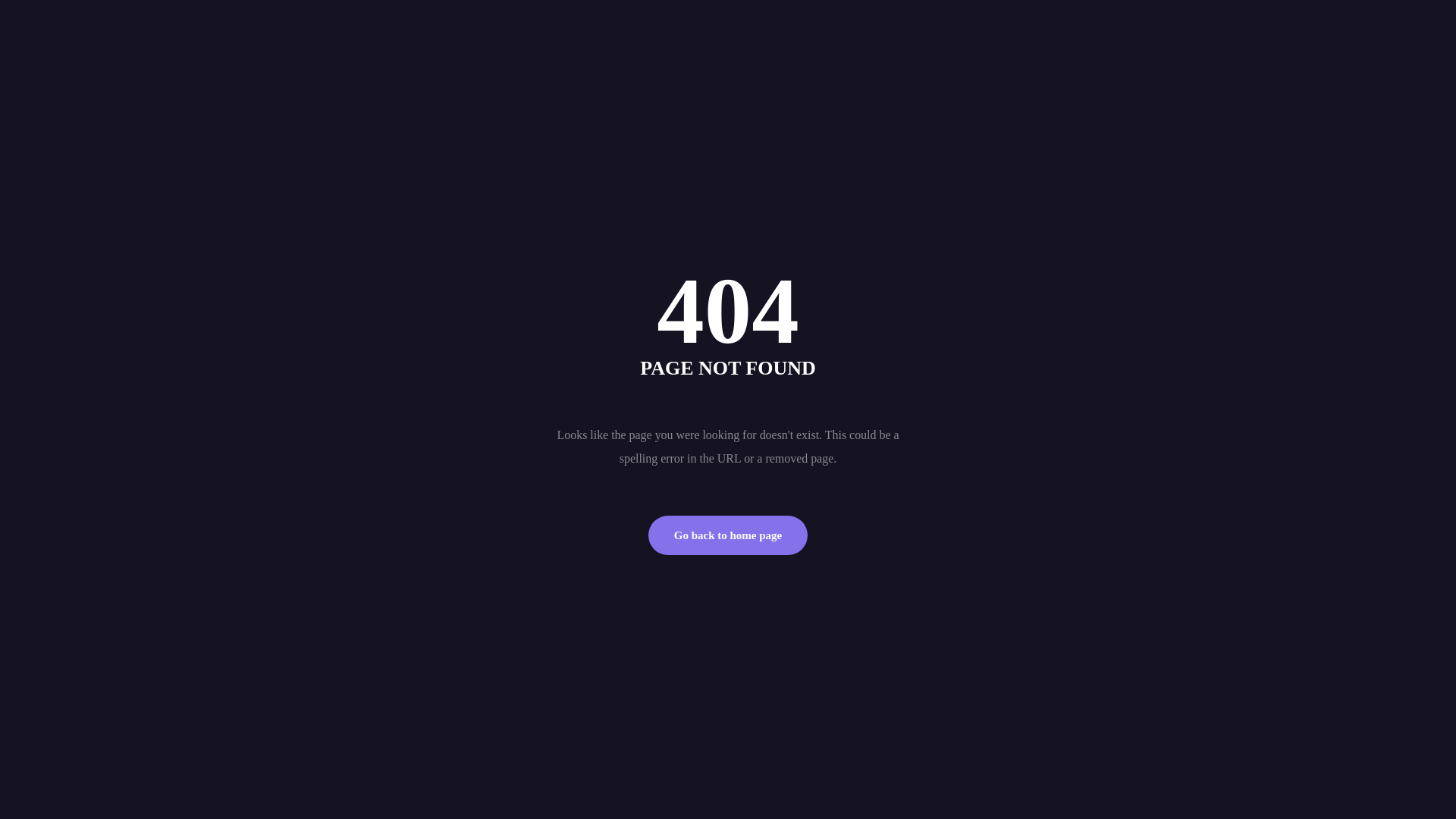 Image resolution: width=1456 pixels, height=819 pixels. I want to click on 'Go back to home page', so click(728, 534).